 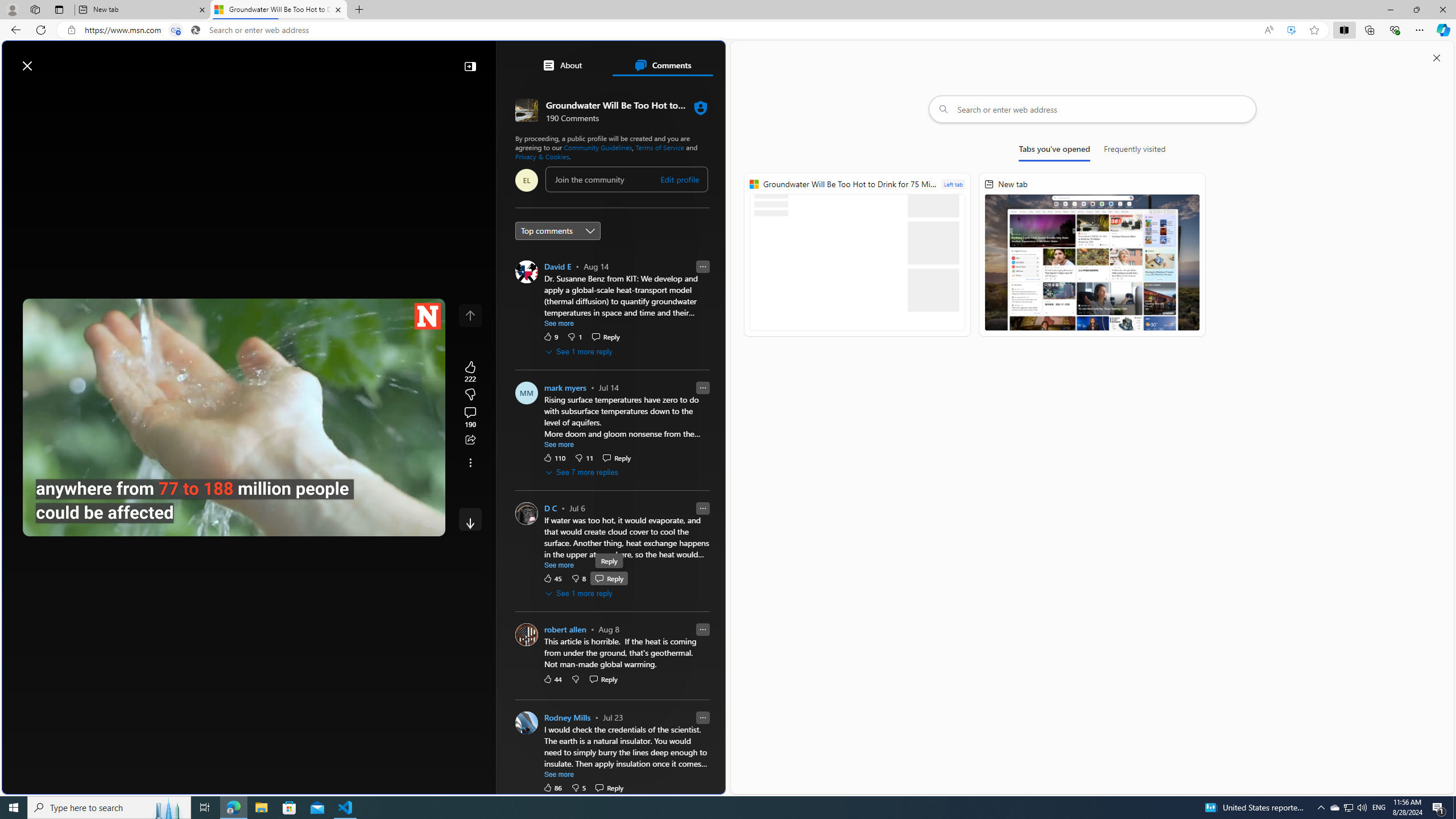 I want to click on 'Comments', so click(x=661, y=65).